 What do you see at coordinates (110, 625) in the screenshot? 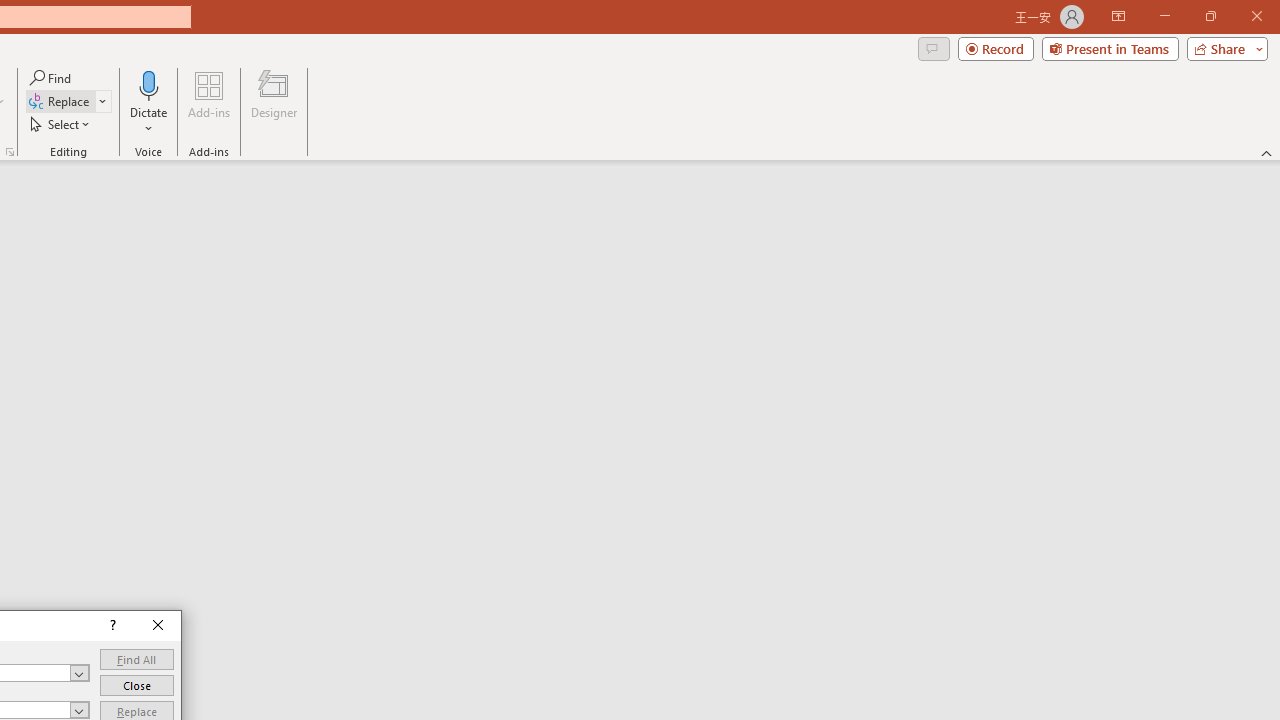
I see `'Context help'` at bounding box center [110, 625].